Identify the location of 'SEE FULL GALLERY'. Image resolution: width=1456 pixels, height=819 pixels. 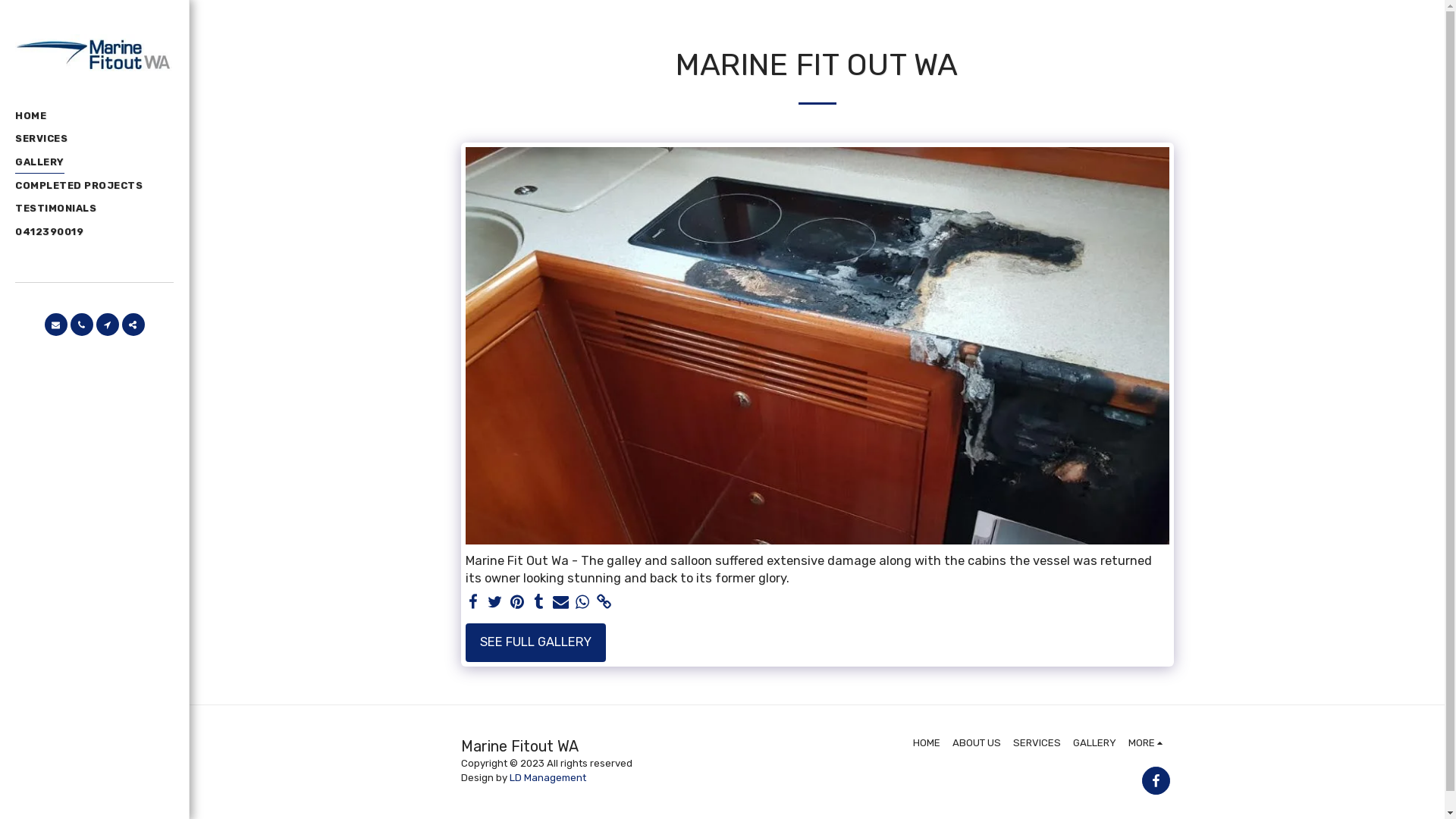
(535, 643).